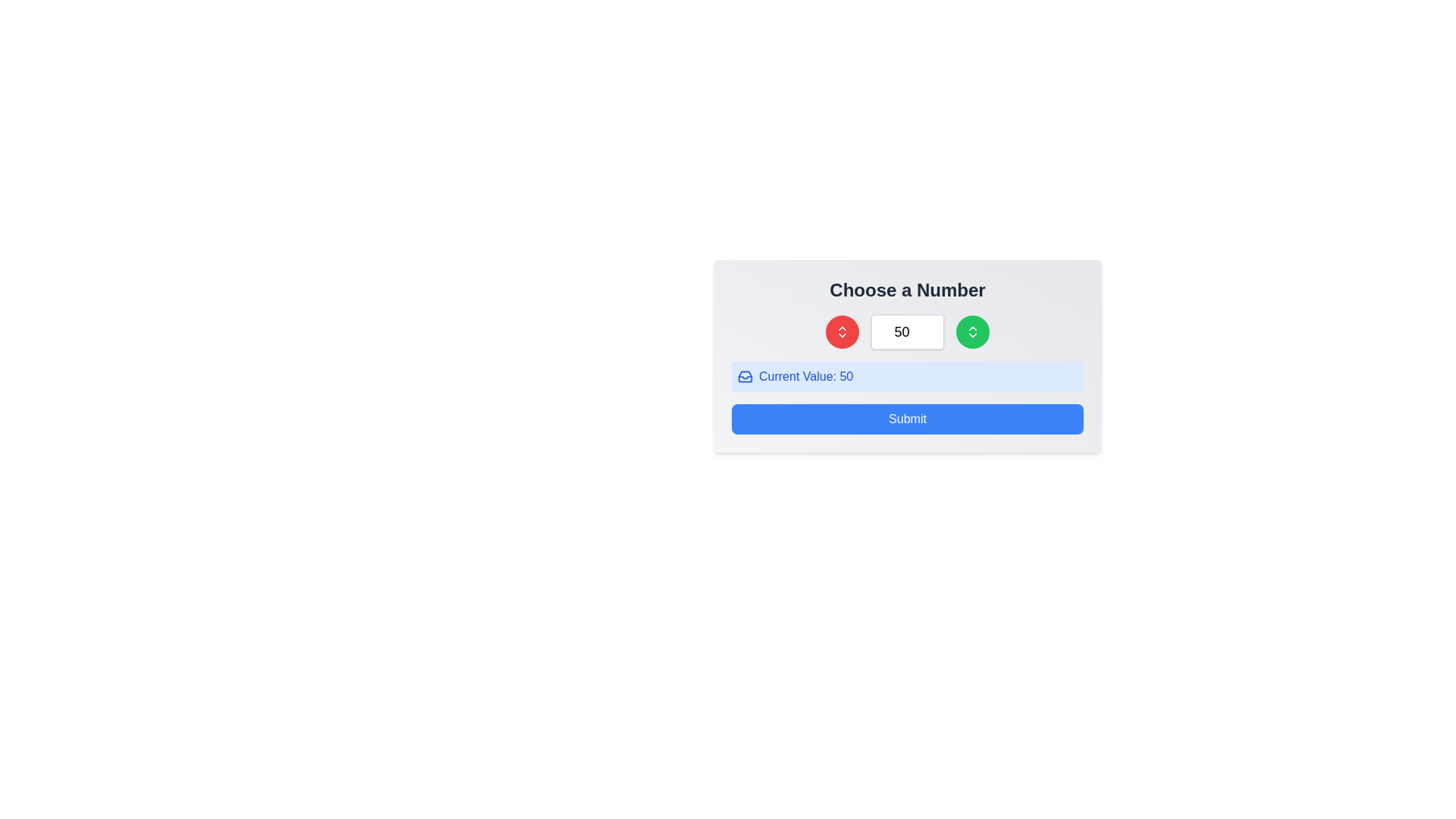 This screenshot has height=819, width=1456. What do you see at coordinates (841, 331) in the screenshot?
I see `the SVG icon button styled with a red circular background and upward/downward chevron arrows to decrement the number displayed in the input field` at bounding box center [841, 331].